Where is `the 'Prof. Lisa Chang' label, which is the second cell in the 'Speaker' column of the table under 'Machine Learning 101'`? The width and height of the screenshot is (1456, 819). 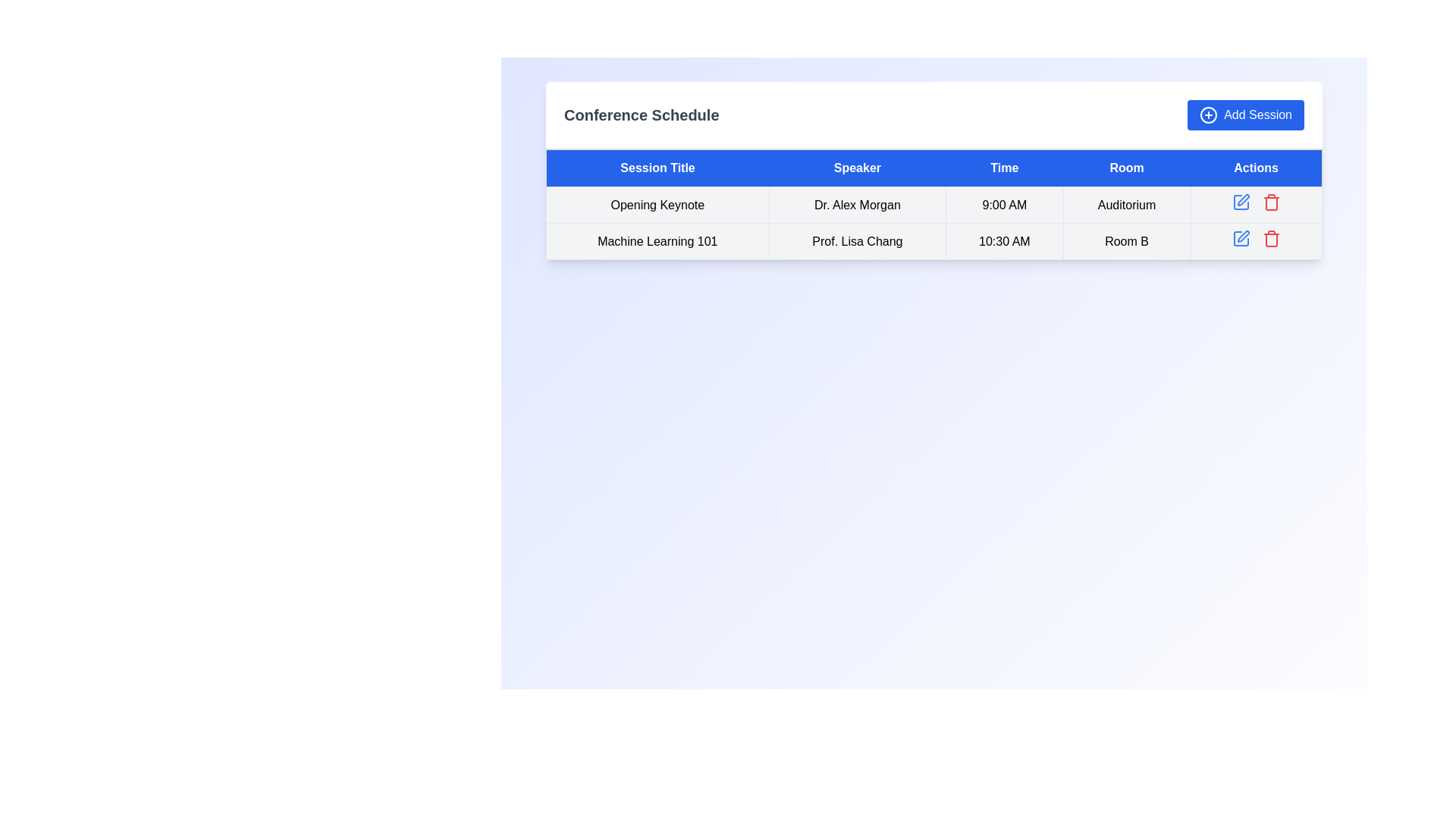
the 'Prof. Lisa Chang' label, which is the second cell in the 'Speaker' column of the table under 'Machine Learning 101' is located at coordinates (857, 240).